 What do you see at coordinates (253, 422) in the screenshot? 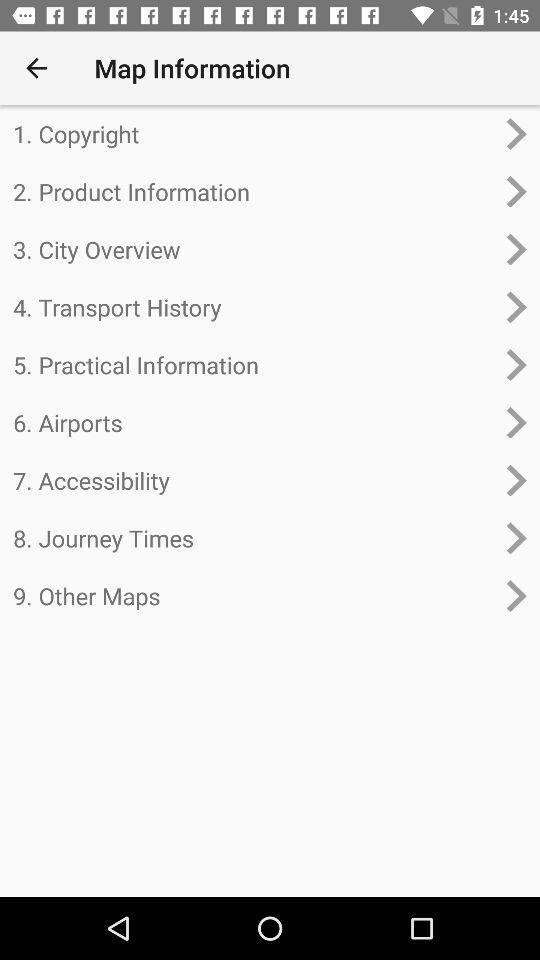
I see `the 6. airports item` at bounding box center [253, 422].